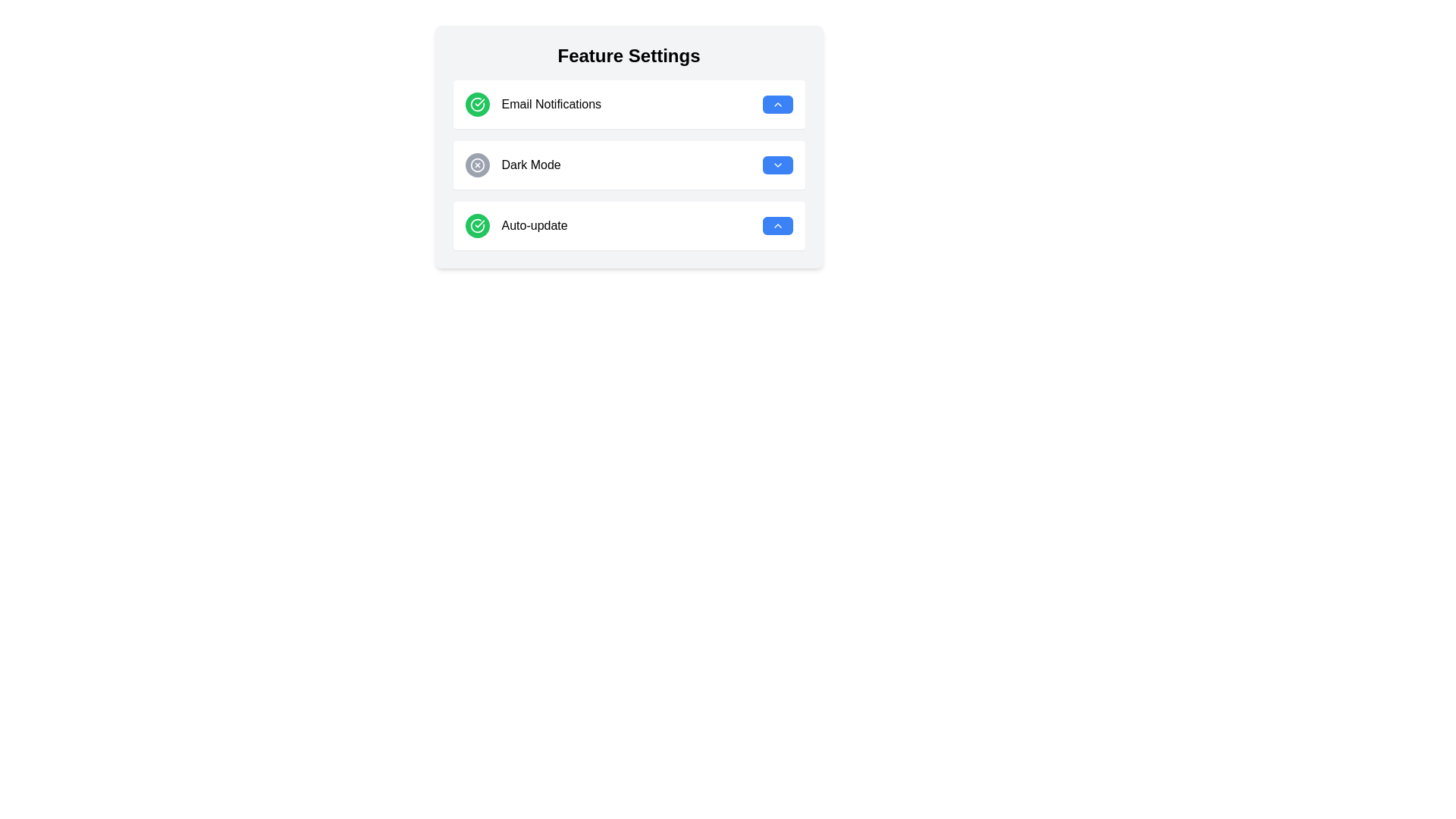 This screenshot has width=1456, height=819. I want to click on text label displaying 'Email Notifications', which is part of the Feature Settings section and is the first entry in the vertical list of settings options, so click(551, 104).